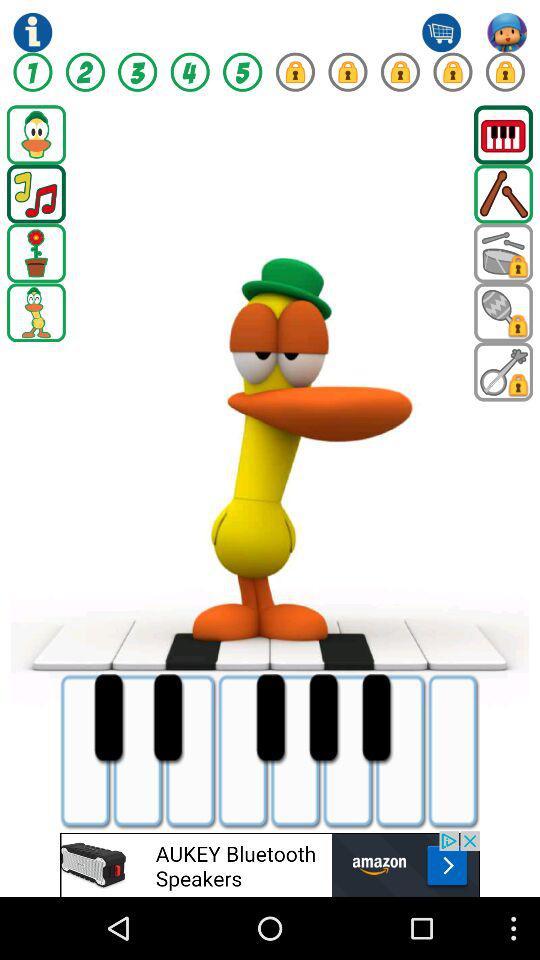  Describe the element at coordinates (84, 72) in the screenshot. I see `level 2` at that location.